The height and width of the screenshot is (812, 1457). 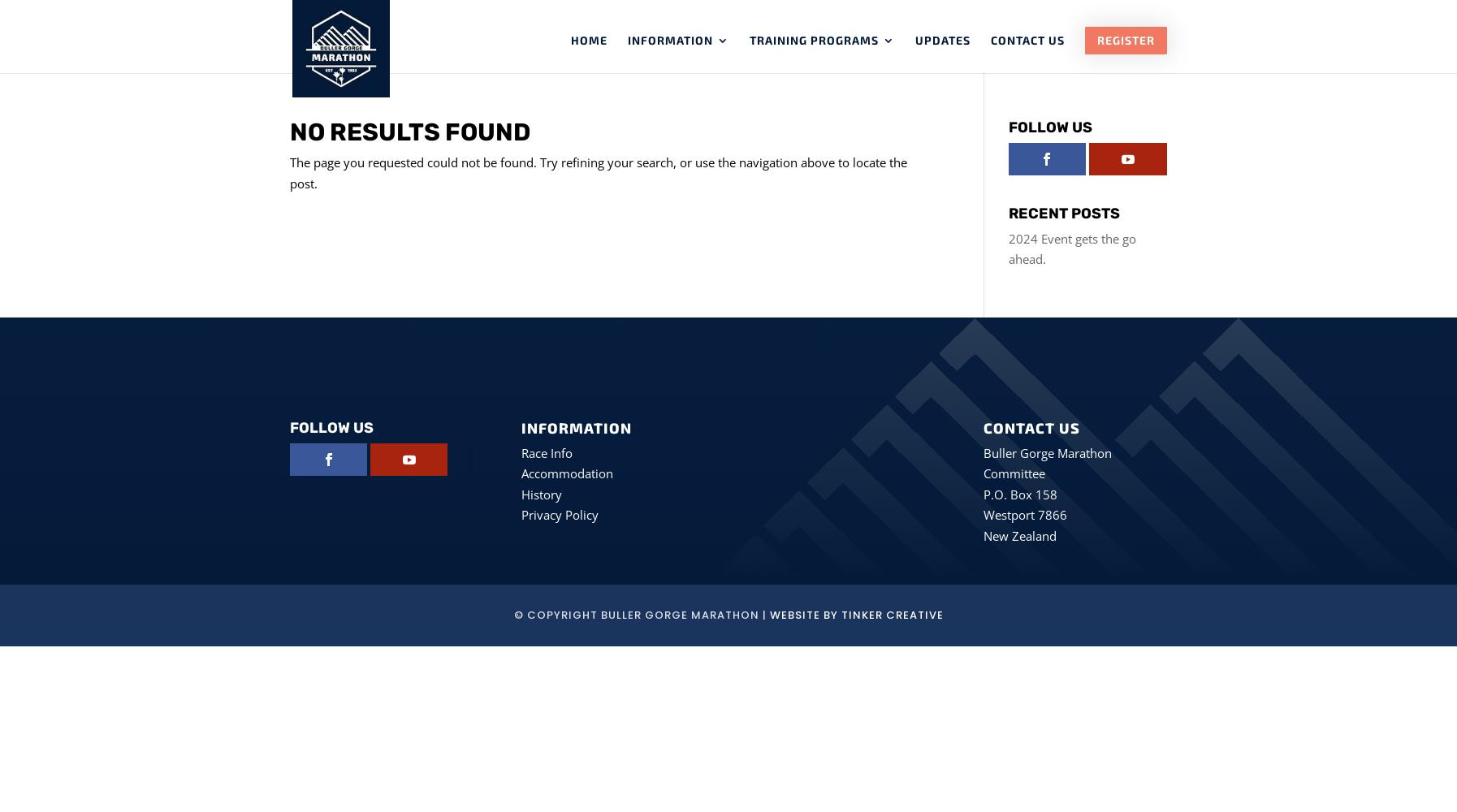 What do you see at coordinates (289, 171) in the screenshot?
I see `'The page you requested could not be found. Try refining your search, or use the navigation above to locate the post.'` at bounding box center [289, 171].